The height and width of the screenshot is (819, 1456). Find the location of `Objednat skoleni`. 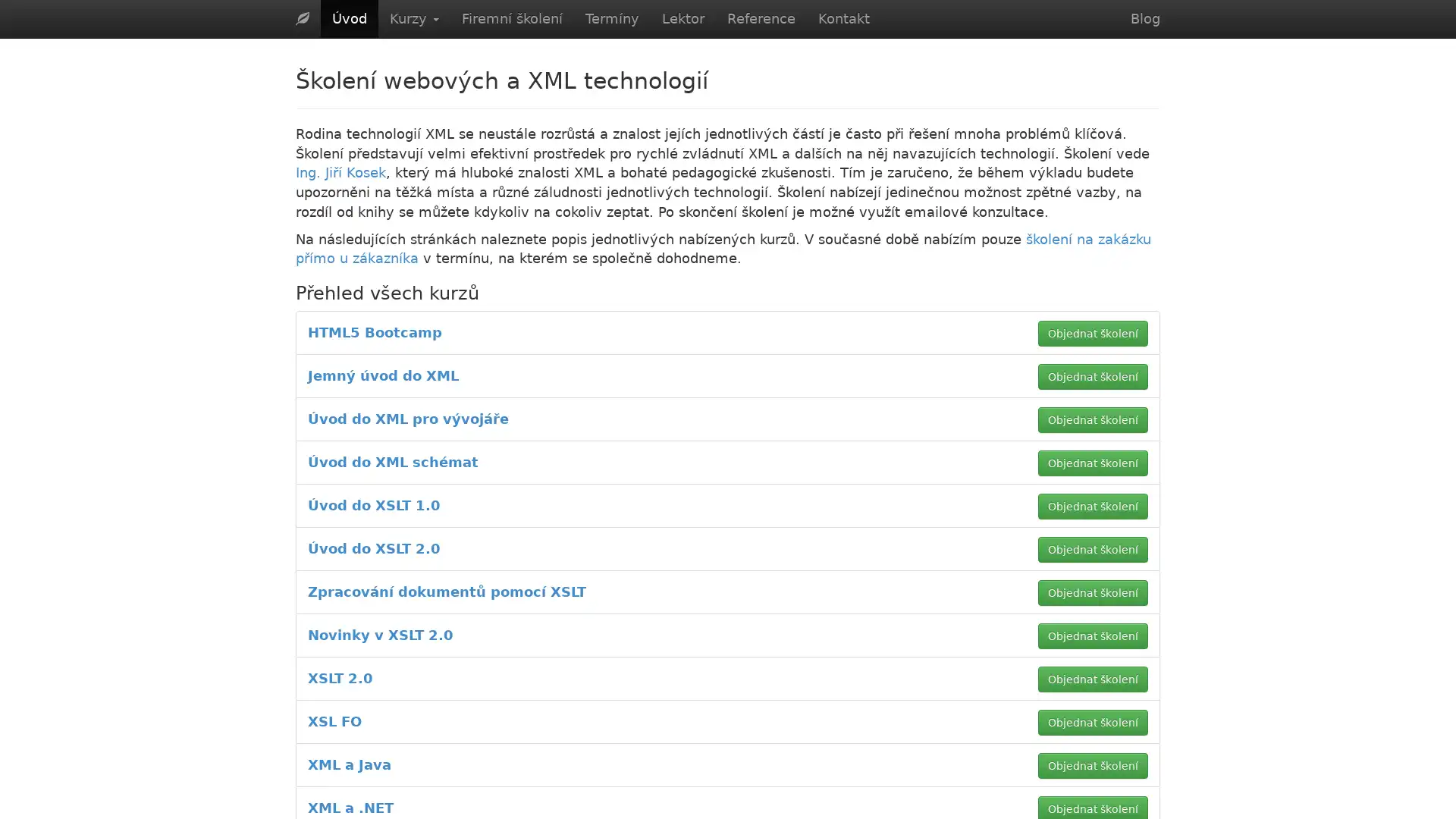

Objednat skoleni is located at coordinates (1093, 376).